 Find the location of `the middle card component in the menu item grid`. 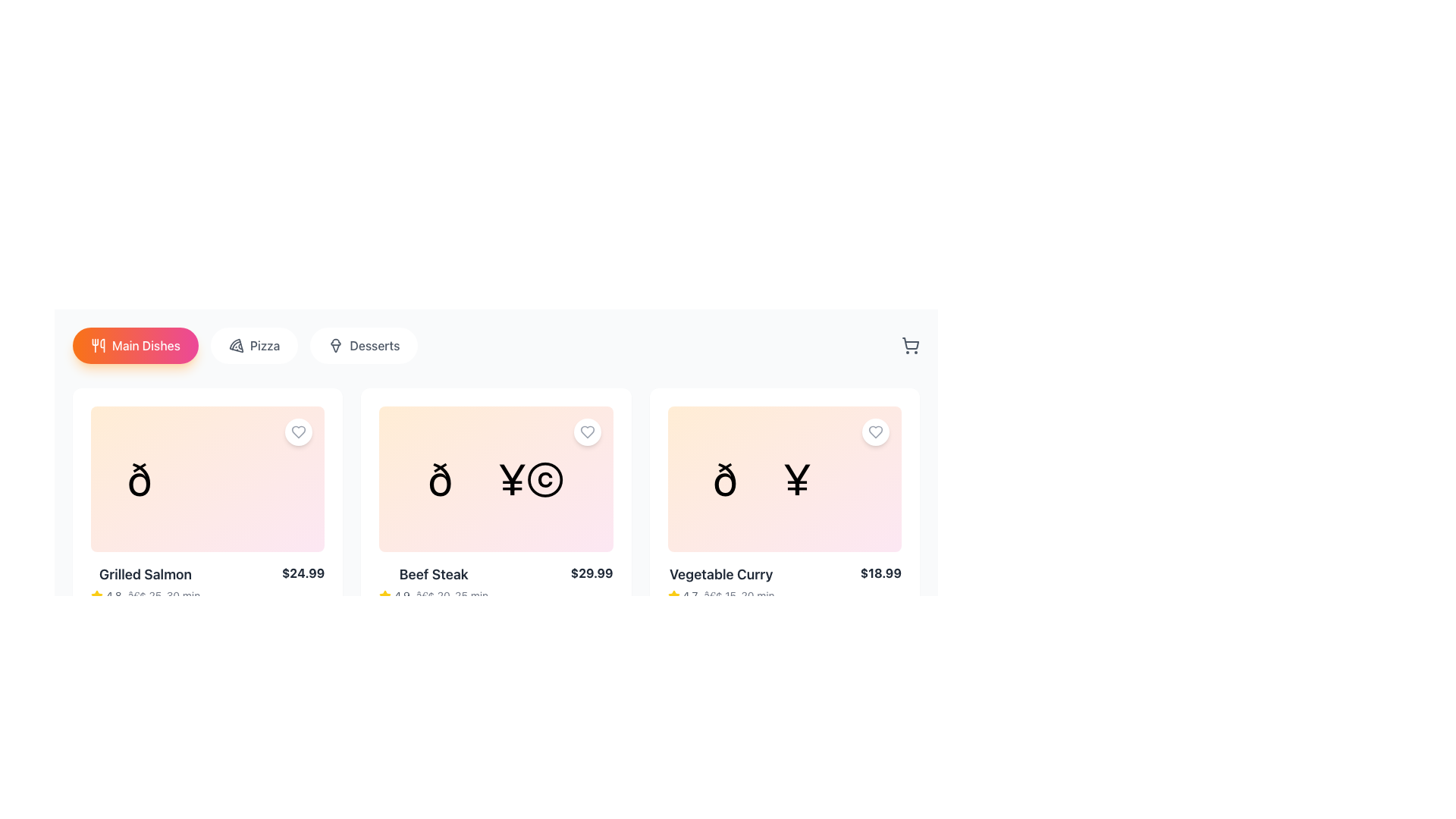

the middle card component in the menu item grid is located at coordinates (496, 523).